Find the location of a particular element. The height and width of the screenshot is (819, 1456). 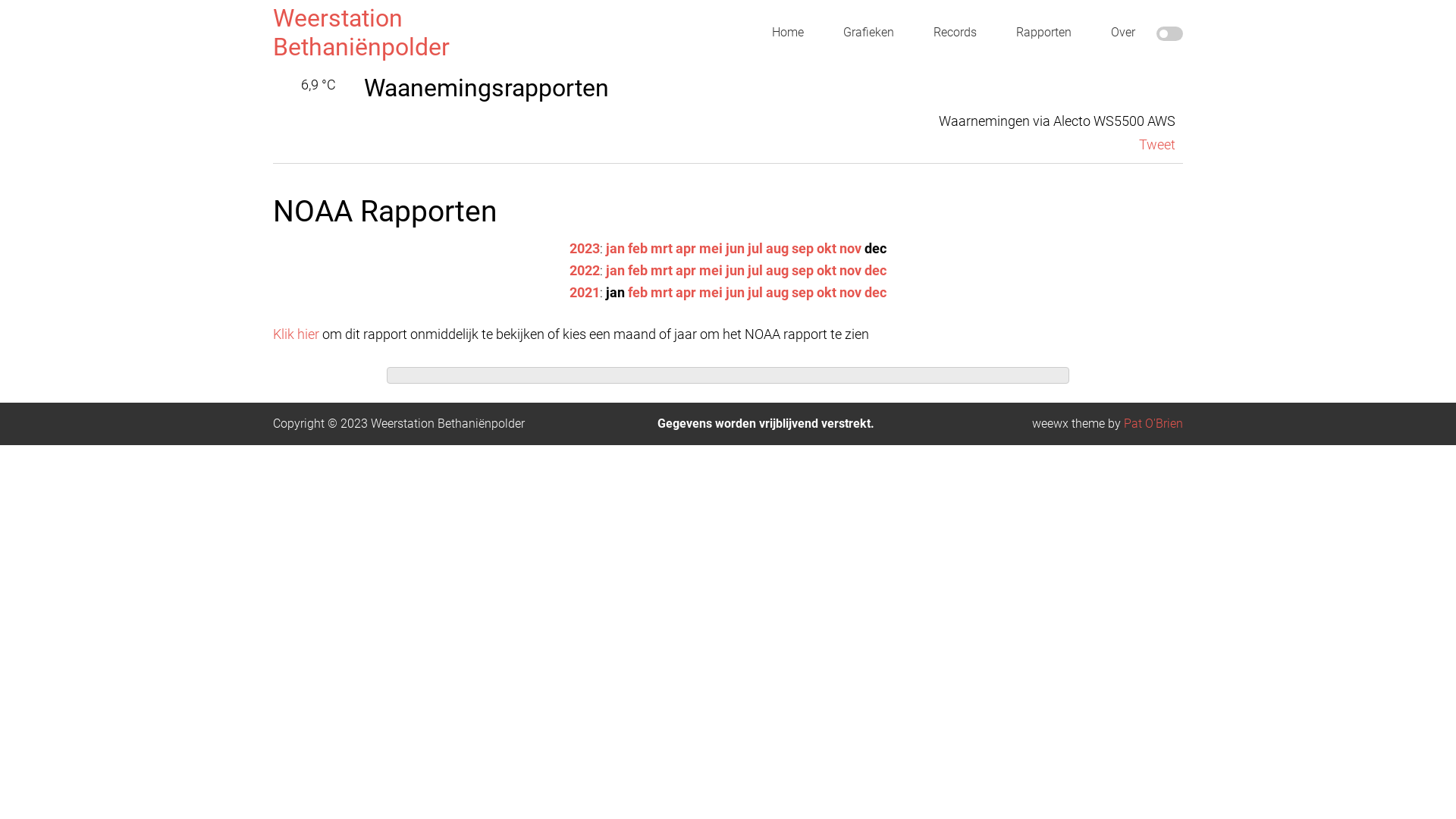

'aug' is located at coordinates (777, 292).